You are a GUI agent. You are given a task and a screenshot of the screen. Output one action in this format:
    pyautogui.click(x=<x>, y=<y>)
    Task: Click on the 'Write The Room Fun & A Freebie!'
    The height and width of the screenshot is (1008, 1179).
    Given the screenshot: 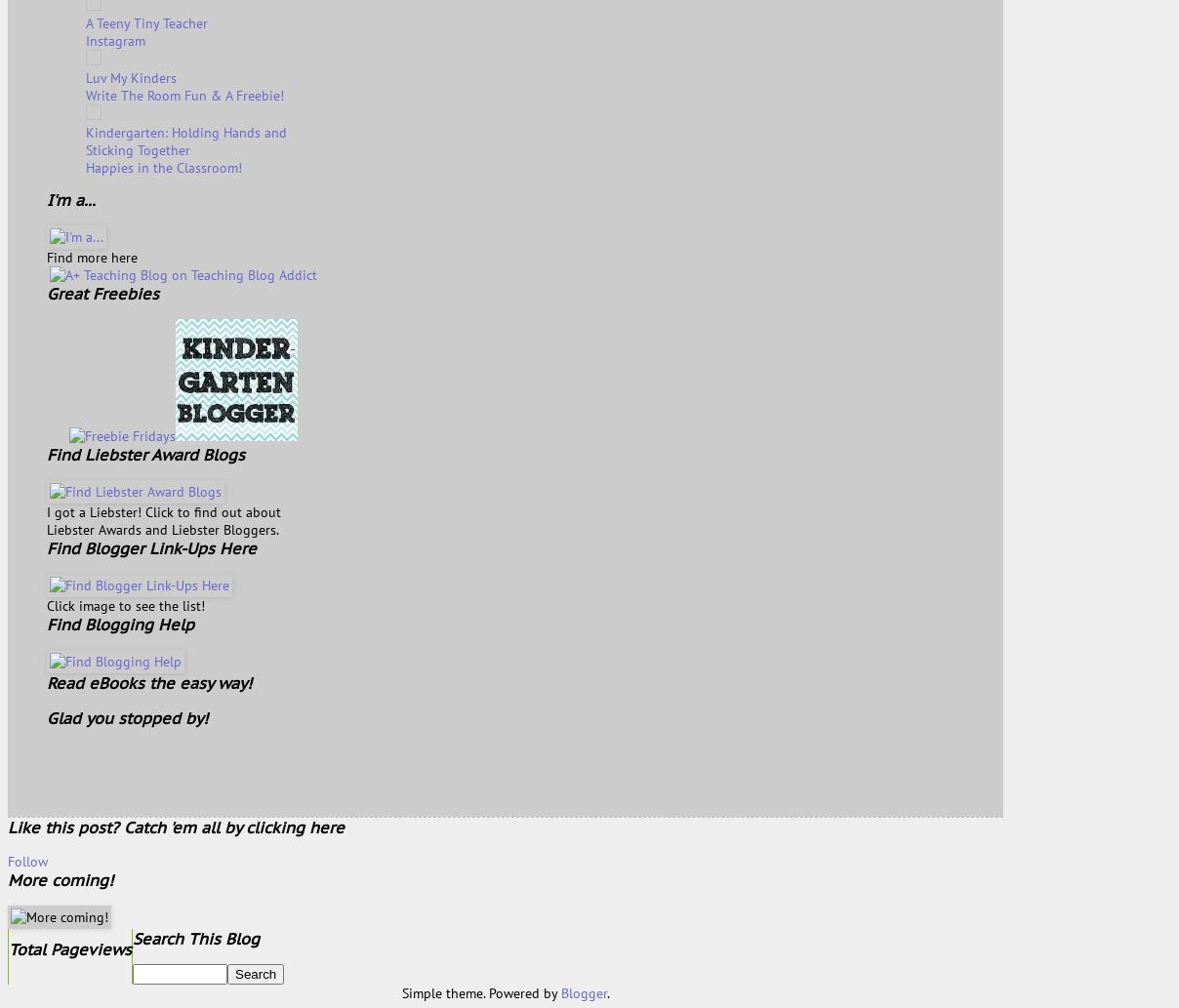 What is the action you would take?
    pyautogui.click(x=84, y=96)
    